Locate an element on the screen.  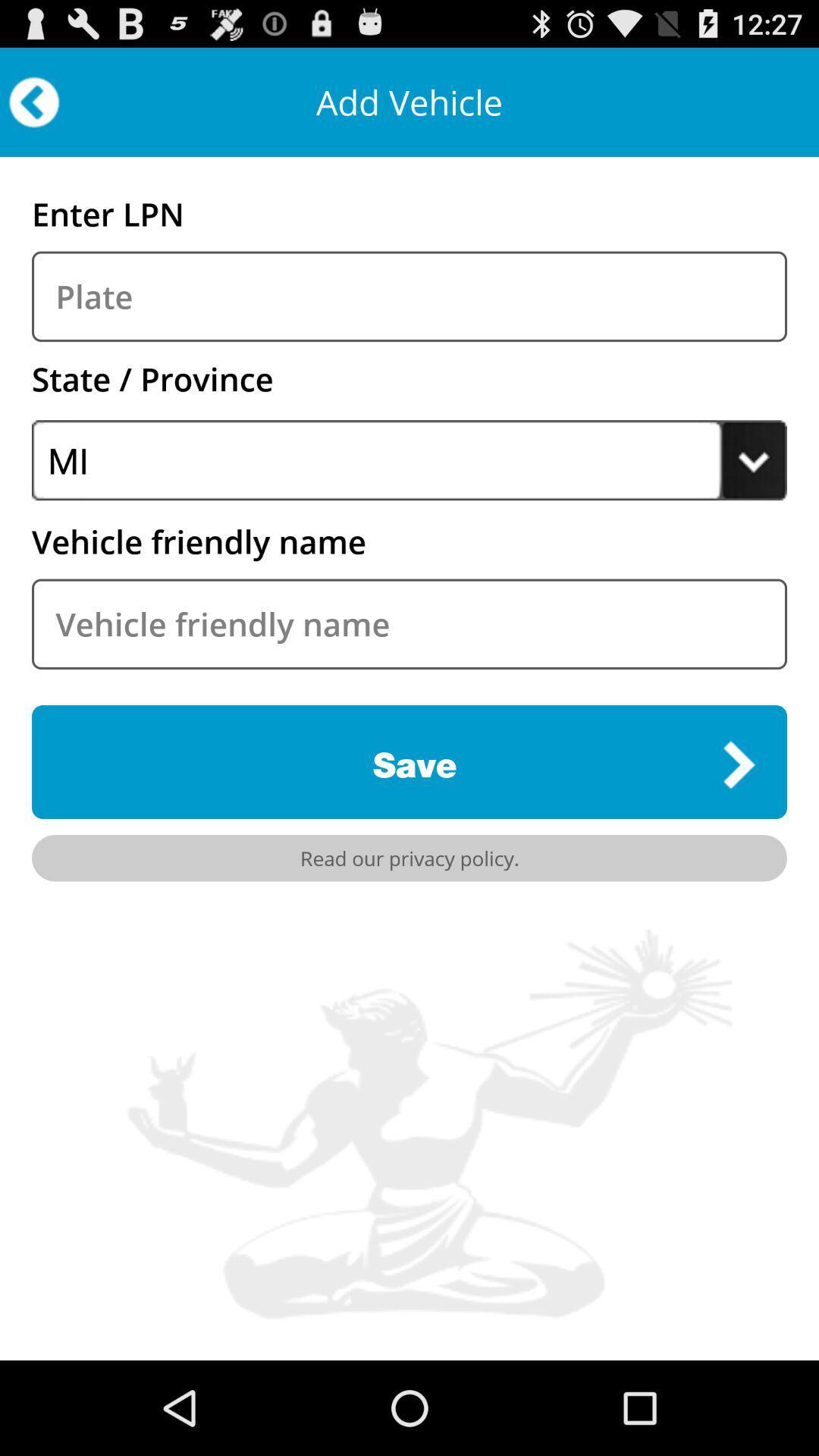
vehicle booking is located at coordinates (409, 297).